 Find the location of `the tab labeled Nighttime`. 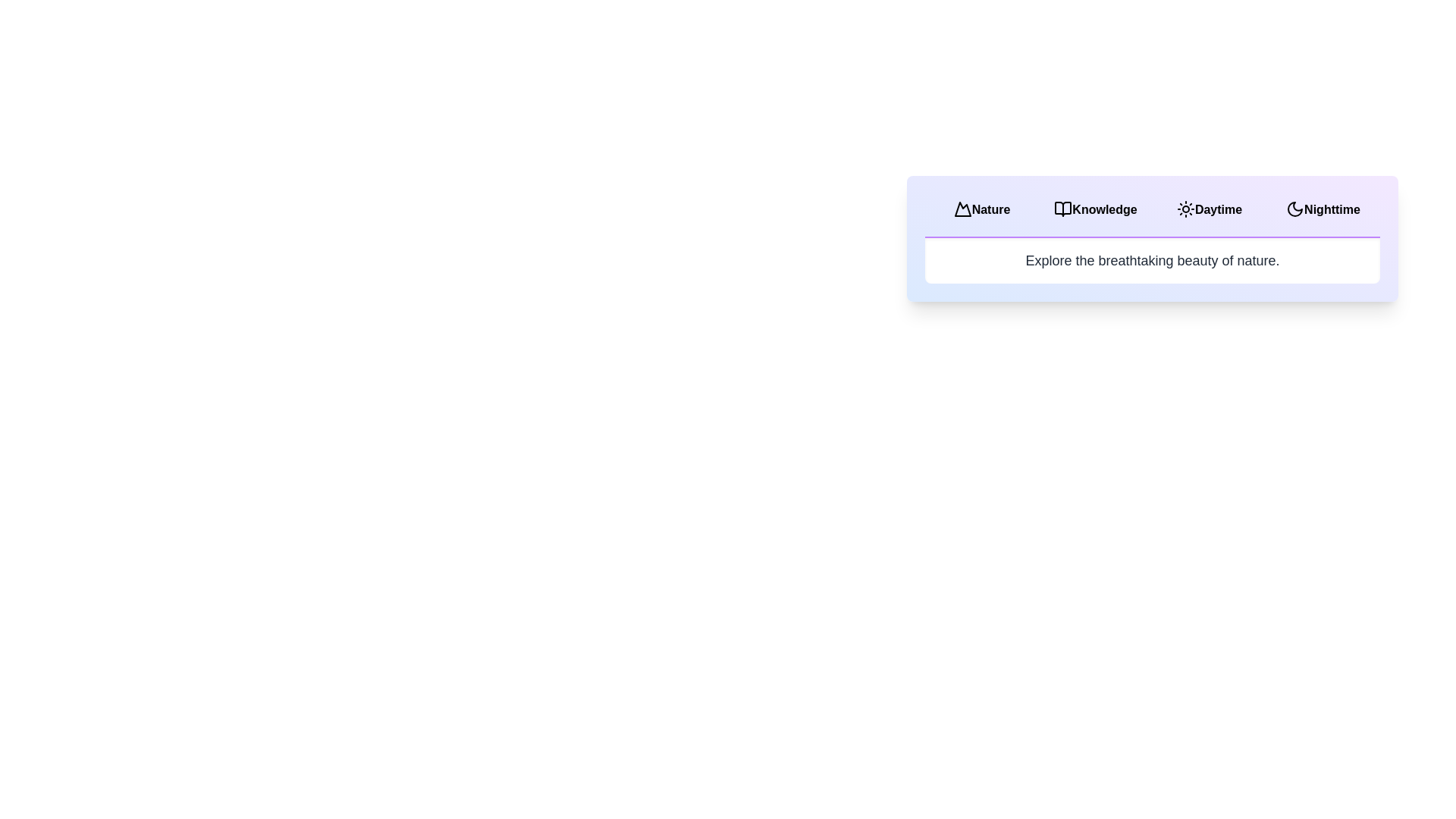

the tab labeled Nighttime is located at coordinates (1323, 210).